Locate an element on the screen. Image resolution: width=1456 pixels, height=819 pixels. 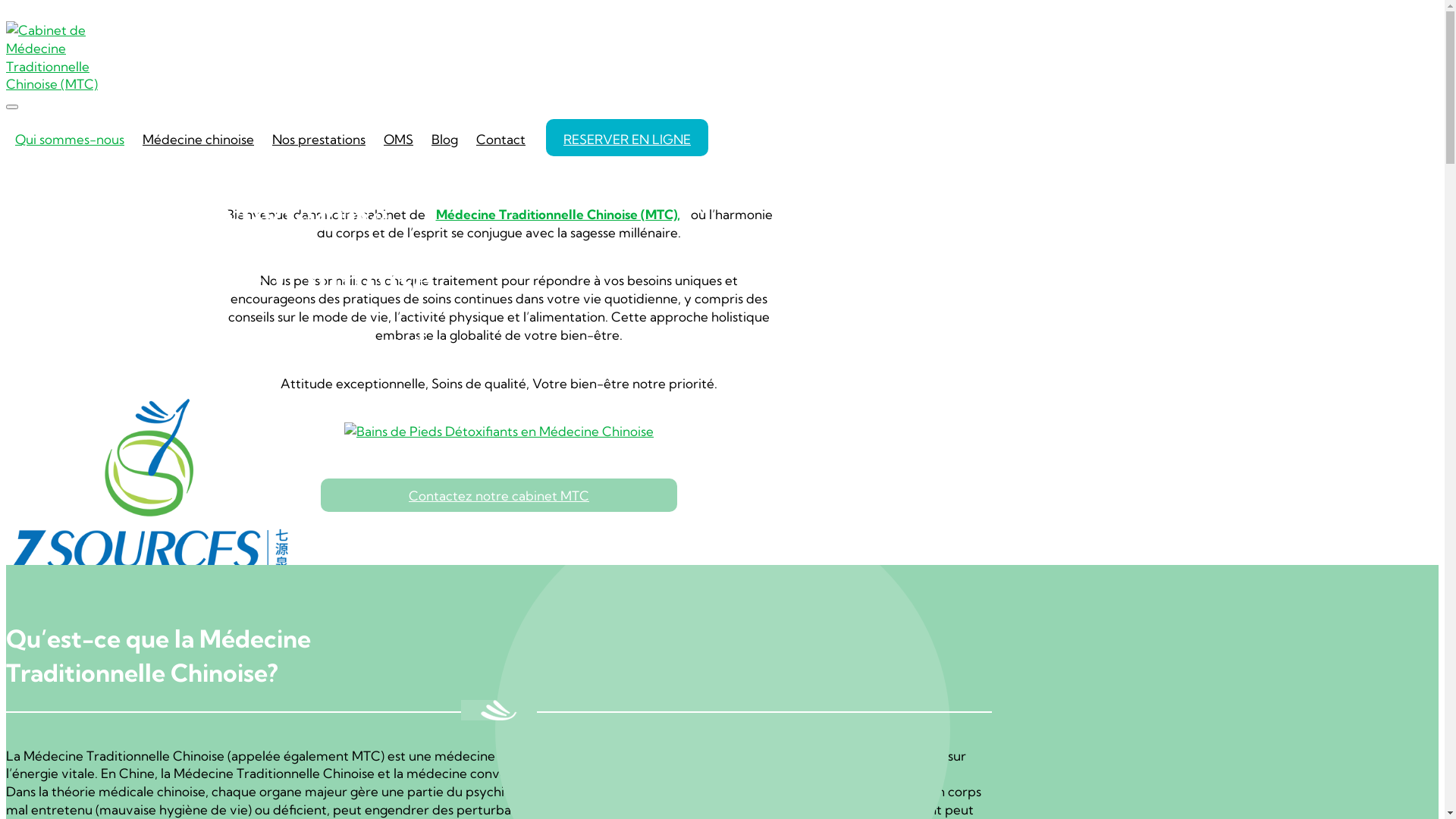
'Blog' is located at coordinates (444, 136).